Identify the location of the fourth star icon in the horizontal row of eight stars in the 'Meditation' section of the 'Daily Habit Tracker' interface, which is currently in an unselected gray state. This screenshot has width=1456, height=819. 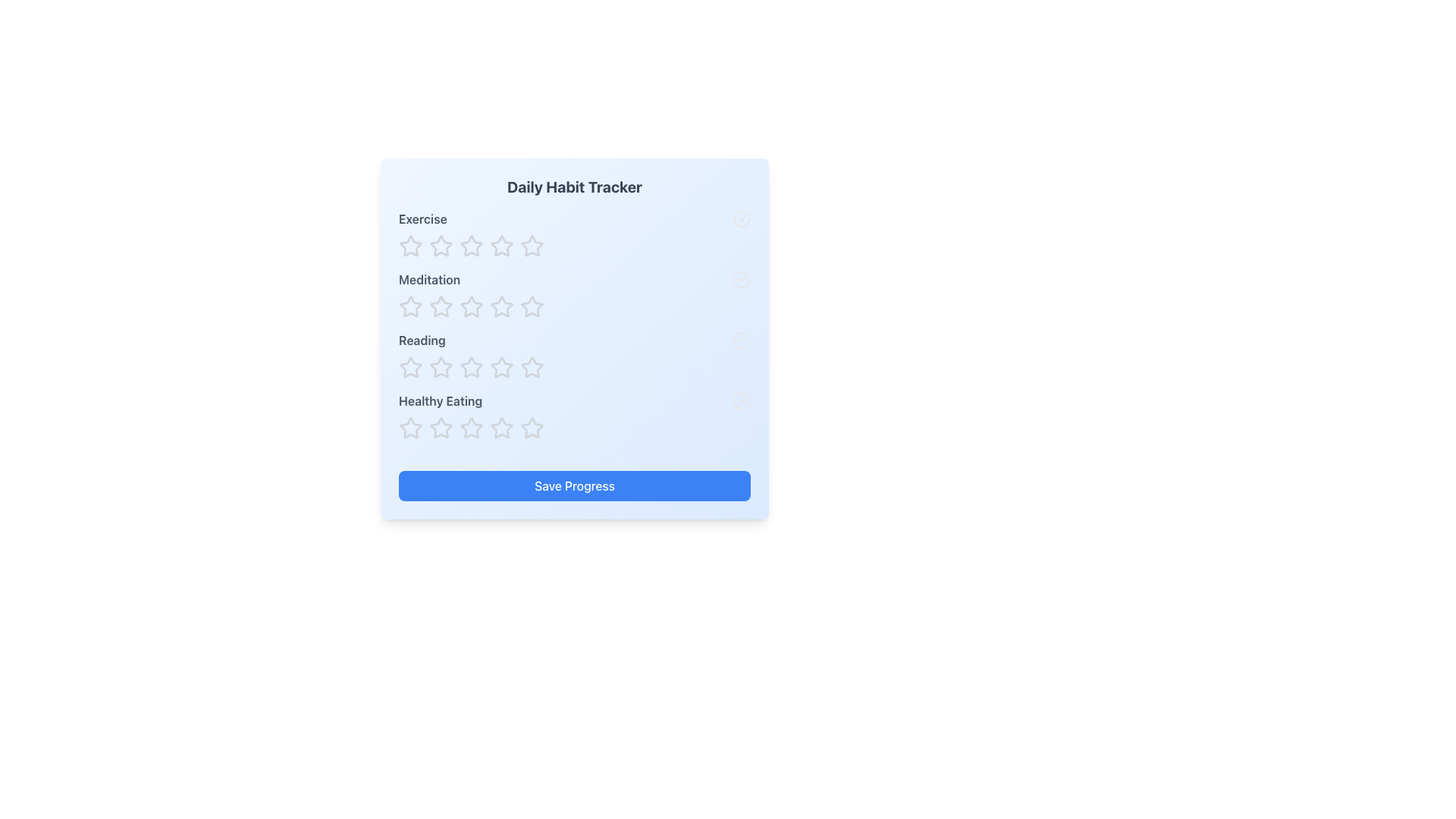
(471, 307).